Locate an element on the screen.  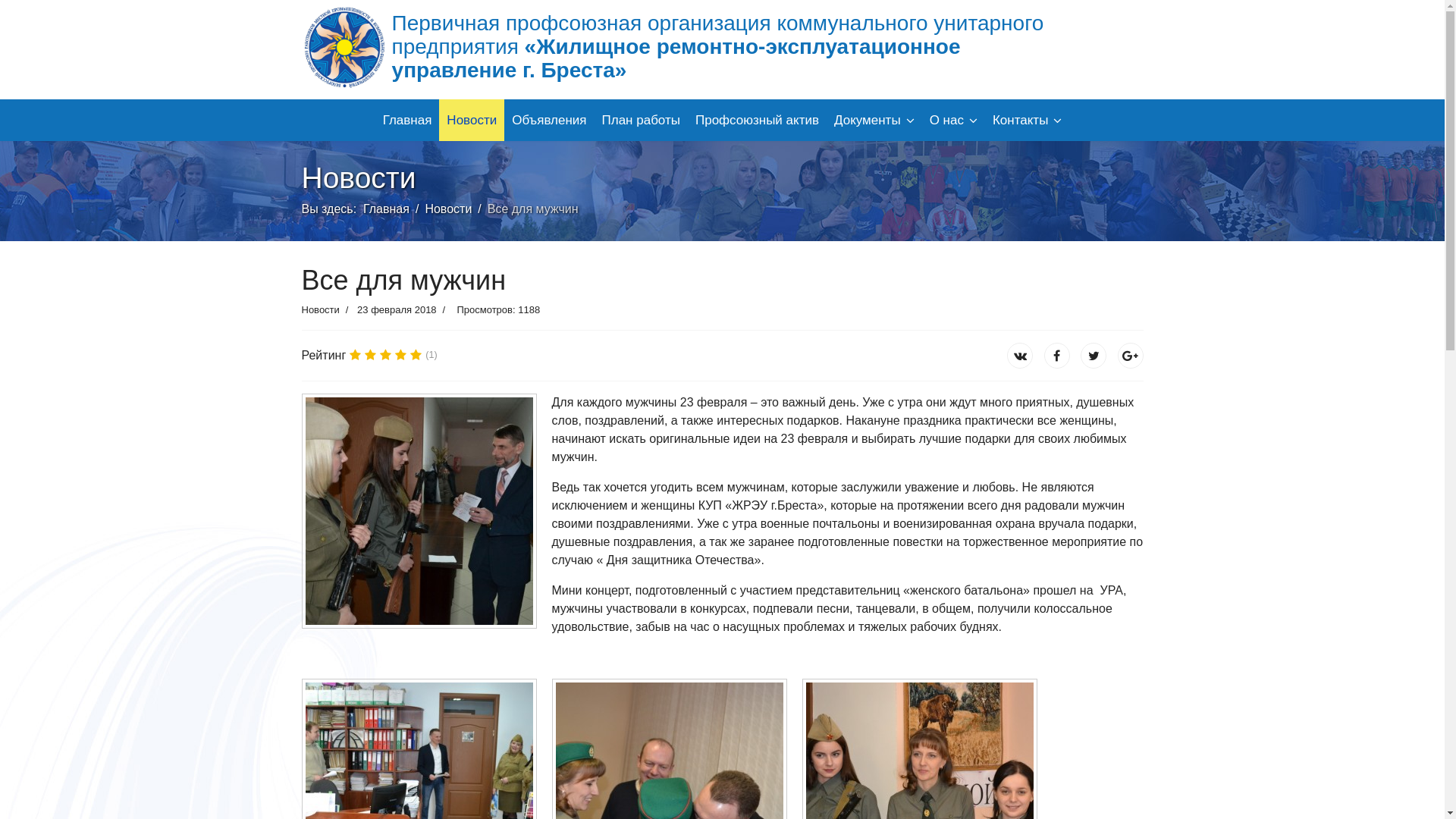
'Facebook' is located at coordinates (1019, 356).